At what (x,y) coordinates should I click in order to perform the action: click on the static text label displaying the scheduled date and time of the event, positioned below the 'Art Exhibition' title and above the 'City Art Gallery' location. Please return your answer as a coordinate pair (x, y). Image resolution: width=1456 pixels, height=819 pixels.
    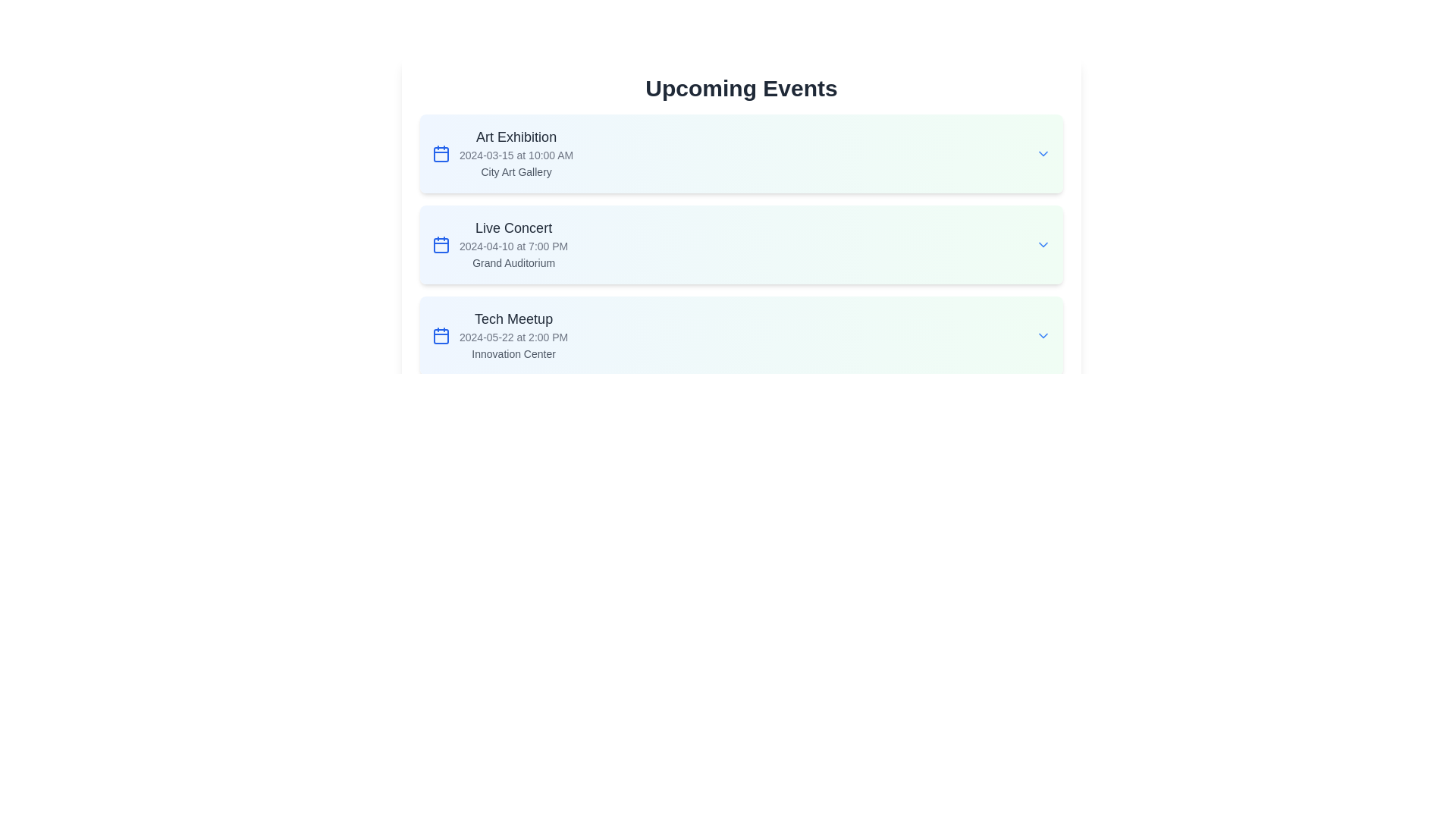
    Looking at the image, I should click on (516, 155).